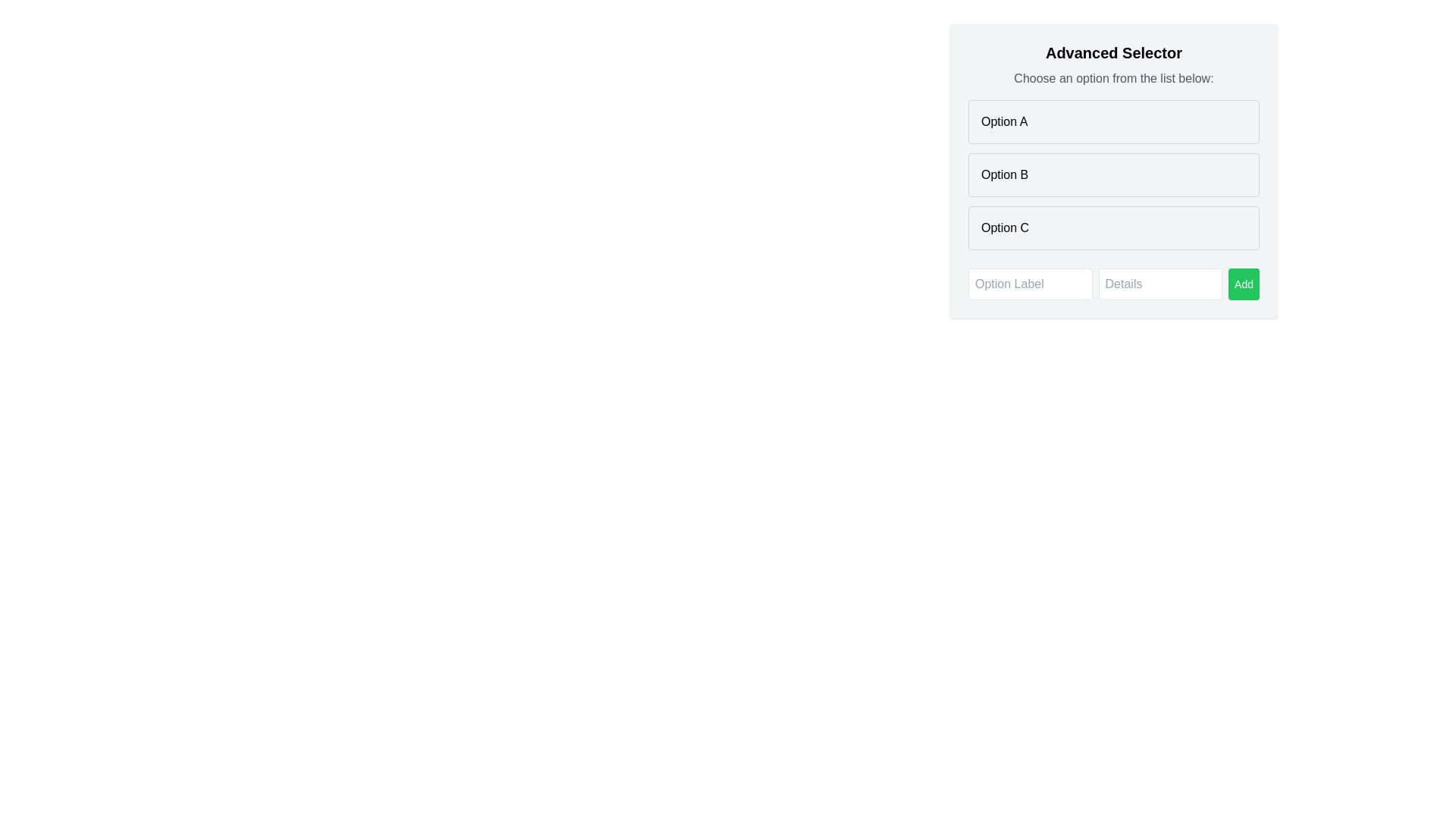 The width and height of the screenshot is (1456, 819). I want to click on the button located at the rightmost end of the row containing the 'Option Label' and 'Details' text input fields, so click(1244, 284).